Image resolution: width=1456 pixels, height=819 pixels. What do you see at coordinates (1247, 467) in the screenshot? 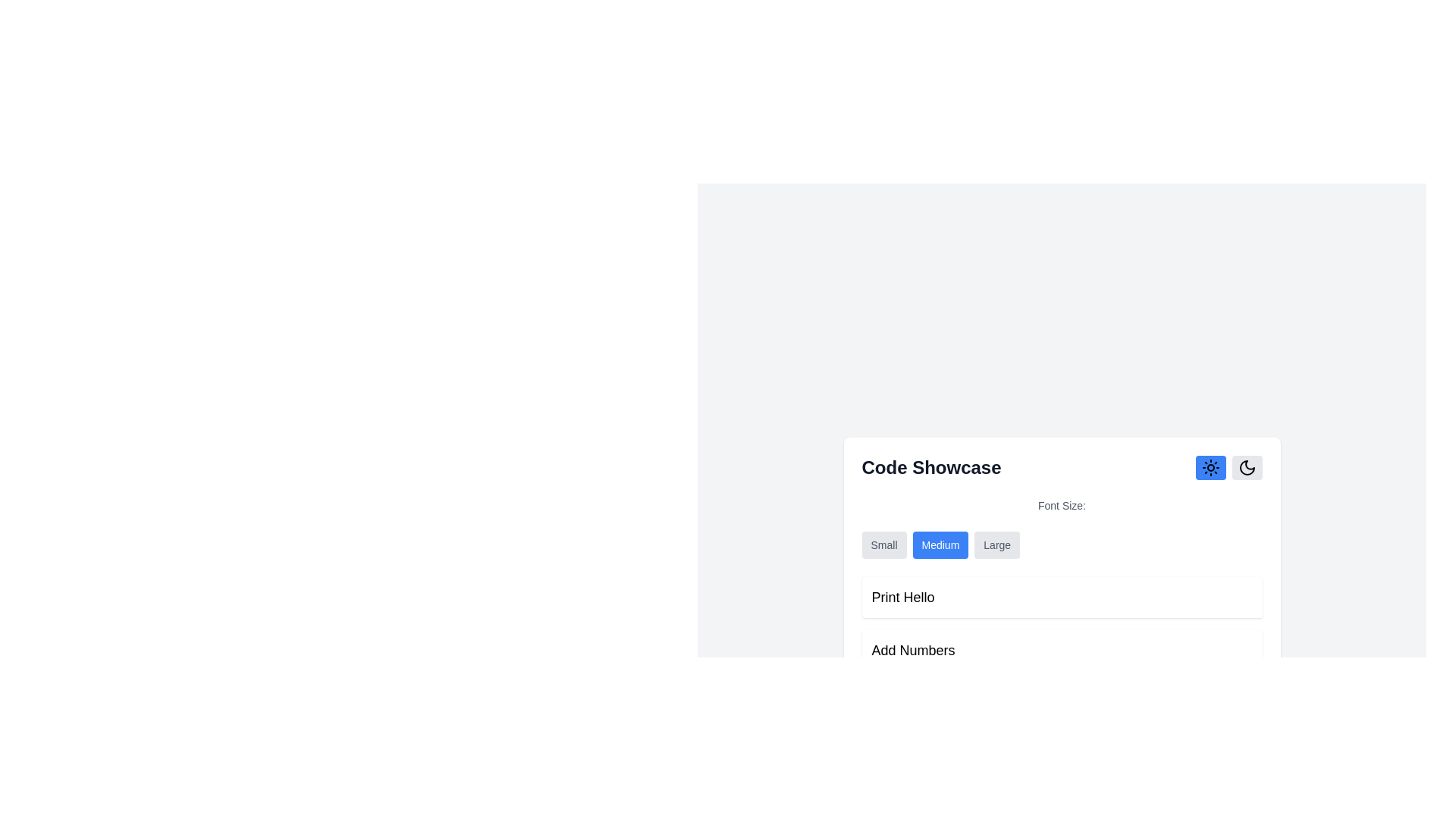
I see `the compact moon icon (SVG)` at bounding box center [1247, 467].